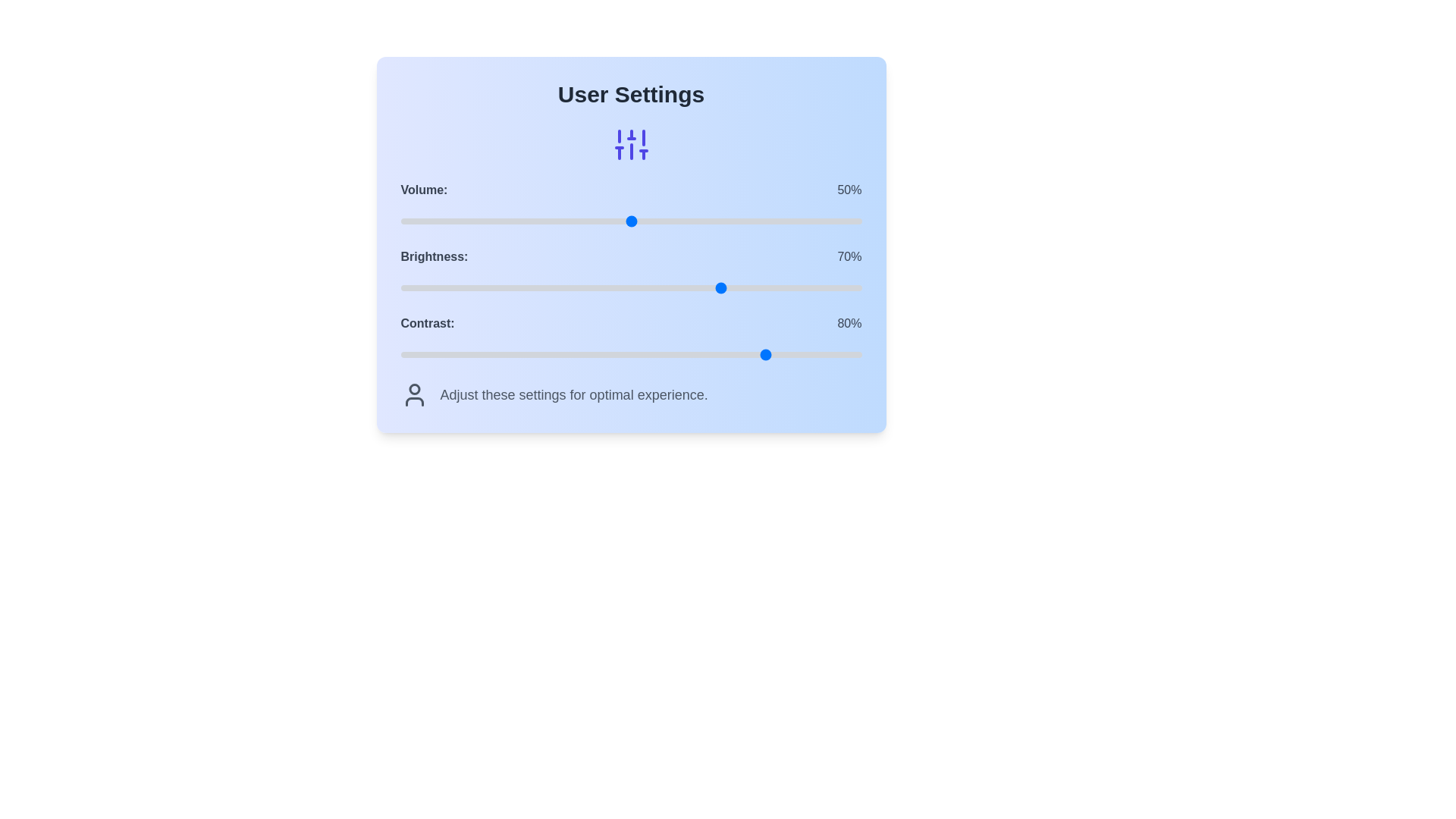 The width and height of the screenshot is (1456, 819). What do you see at coordinates (497, 288) in the screenshot?
I see `the brightness level` at bounding box center [497, 288].